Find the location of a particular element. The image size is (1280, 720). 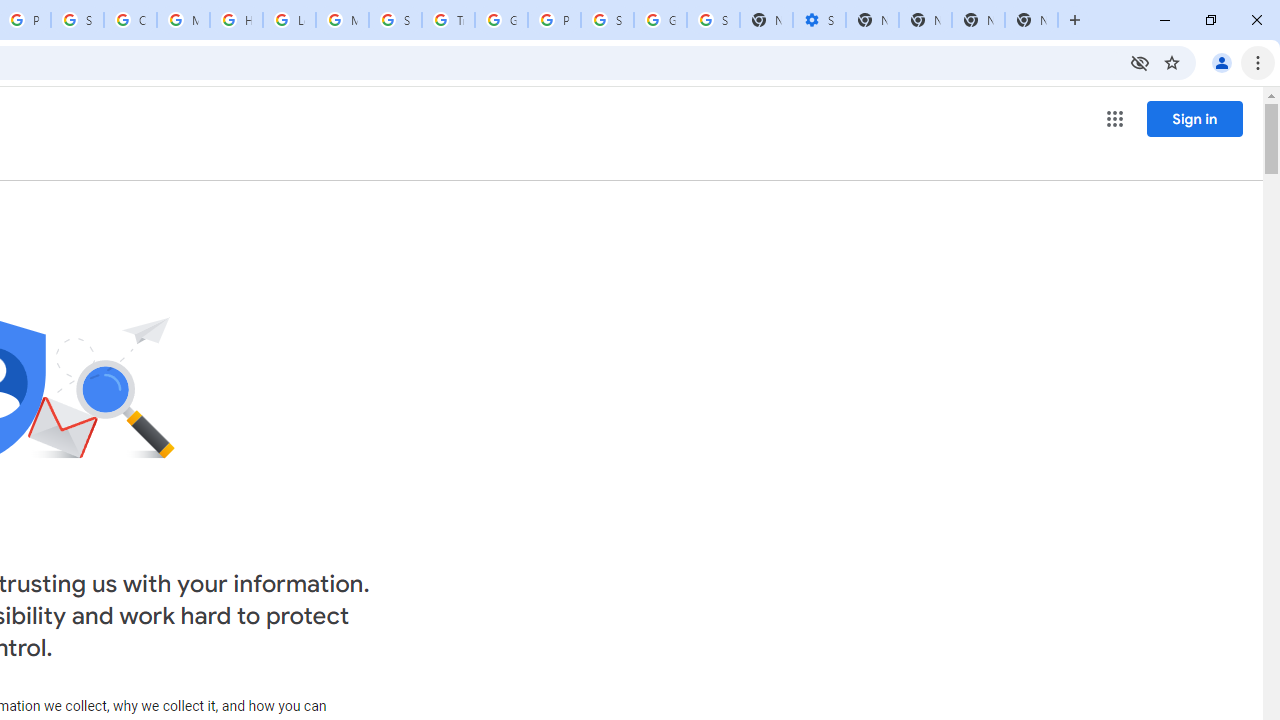

'Trusted Information and Content - Google Safety Center' is located at coordinates (447, 20).